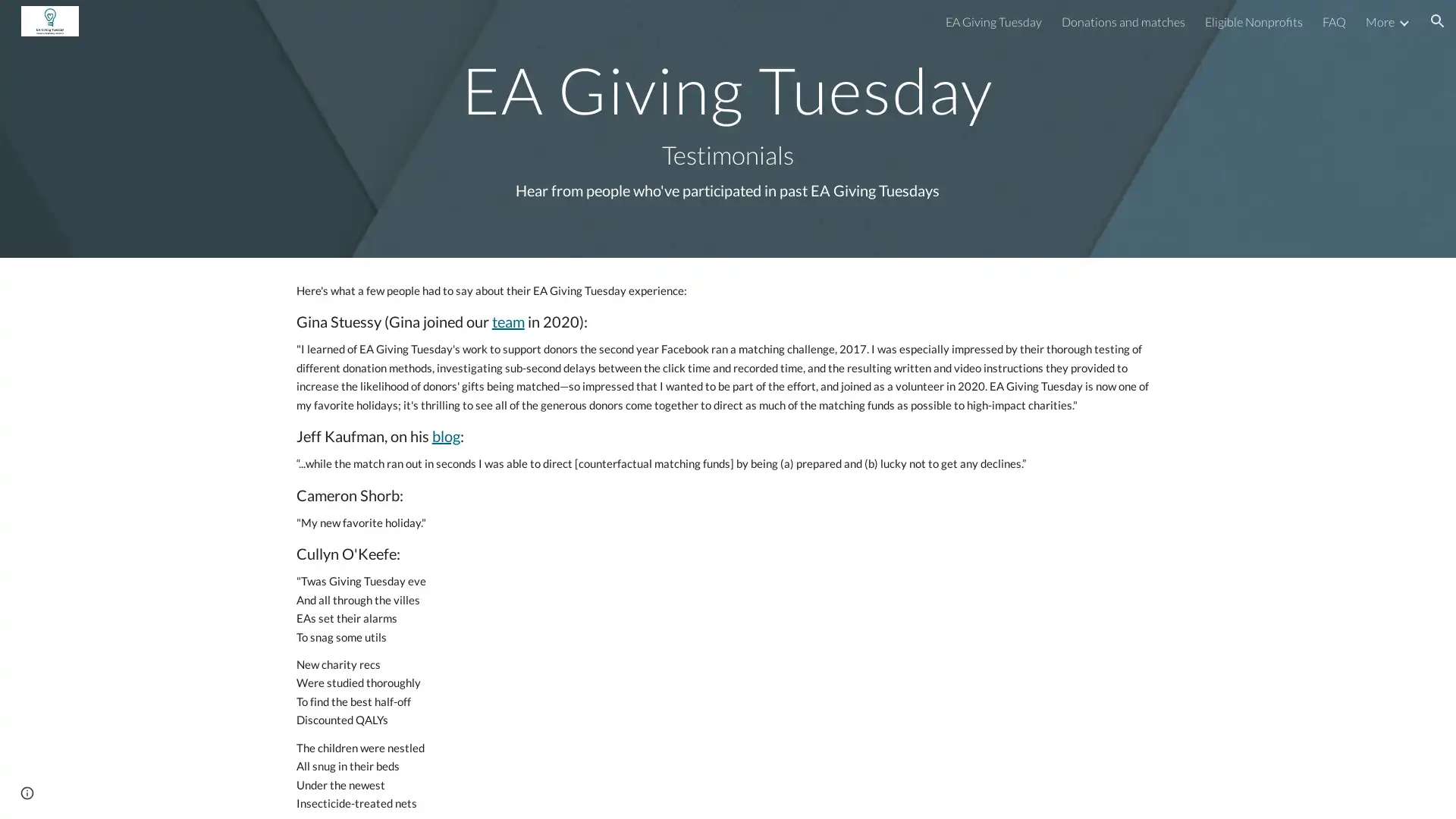 The height and width of the screenshot is (819, 1456). I want to click on Skip to main content, so click(597, 28).